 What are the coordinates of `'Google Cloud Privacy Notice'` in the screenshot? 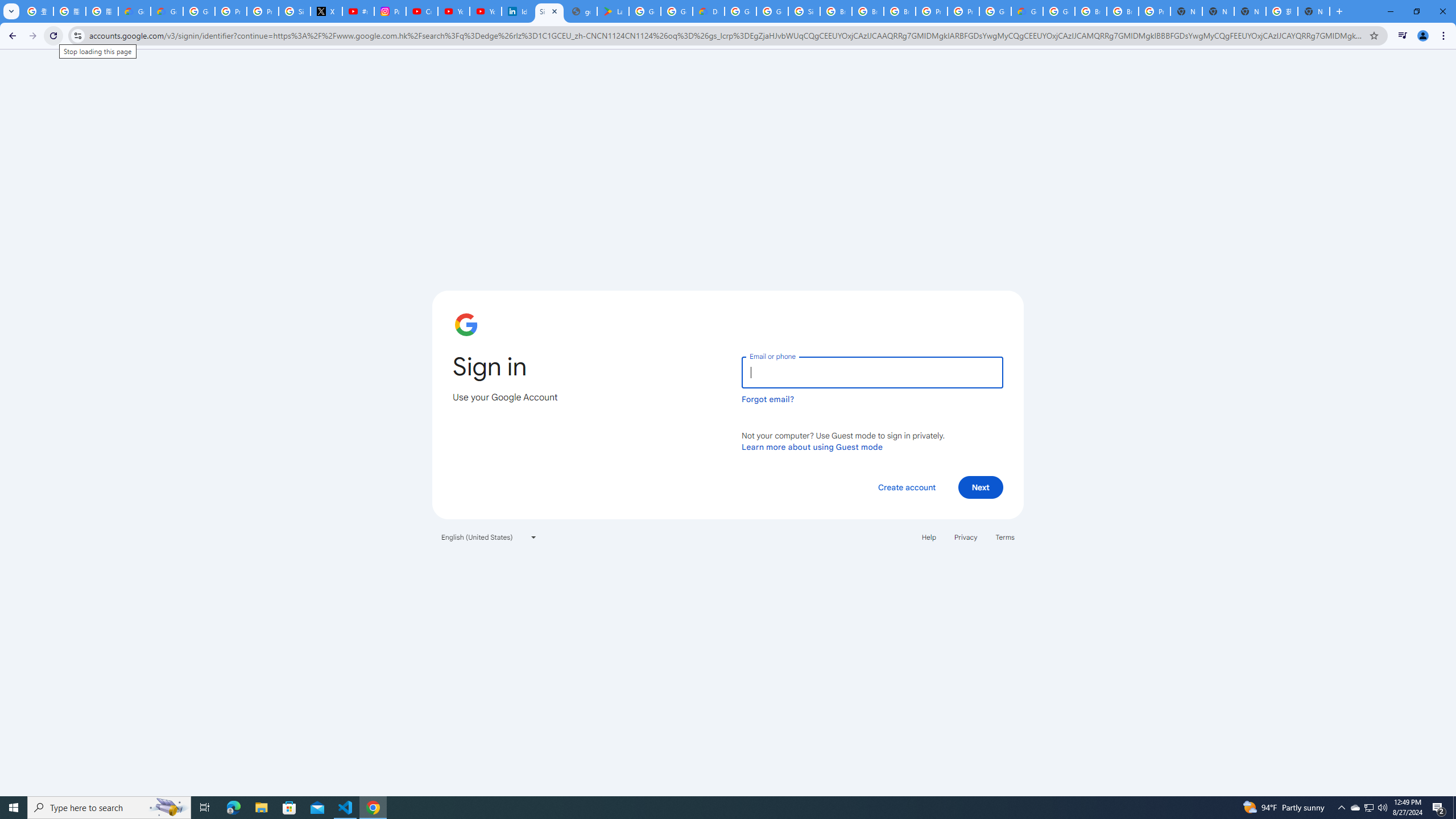 It's located at (134, 11).